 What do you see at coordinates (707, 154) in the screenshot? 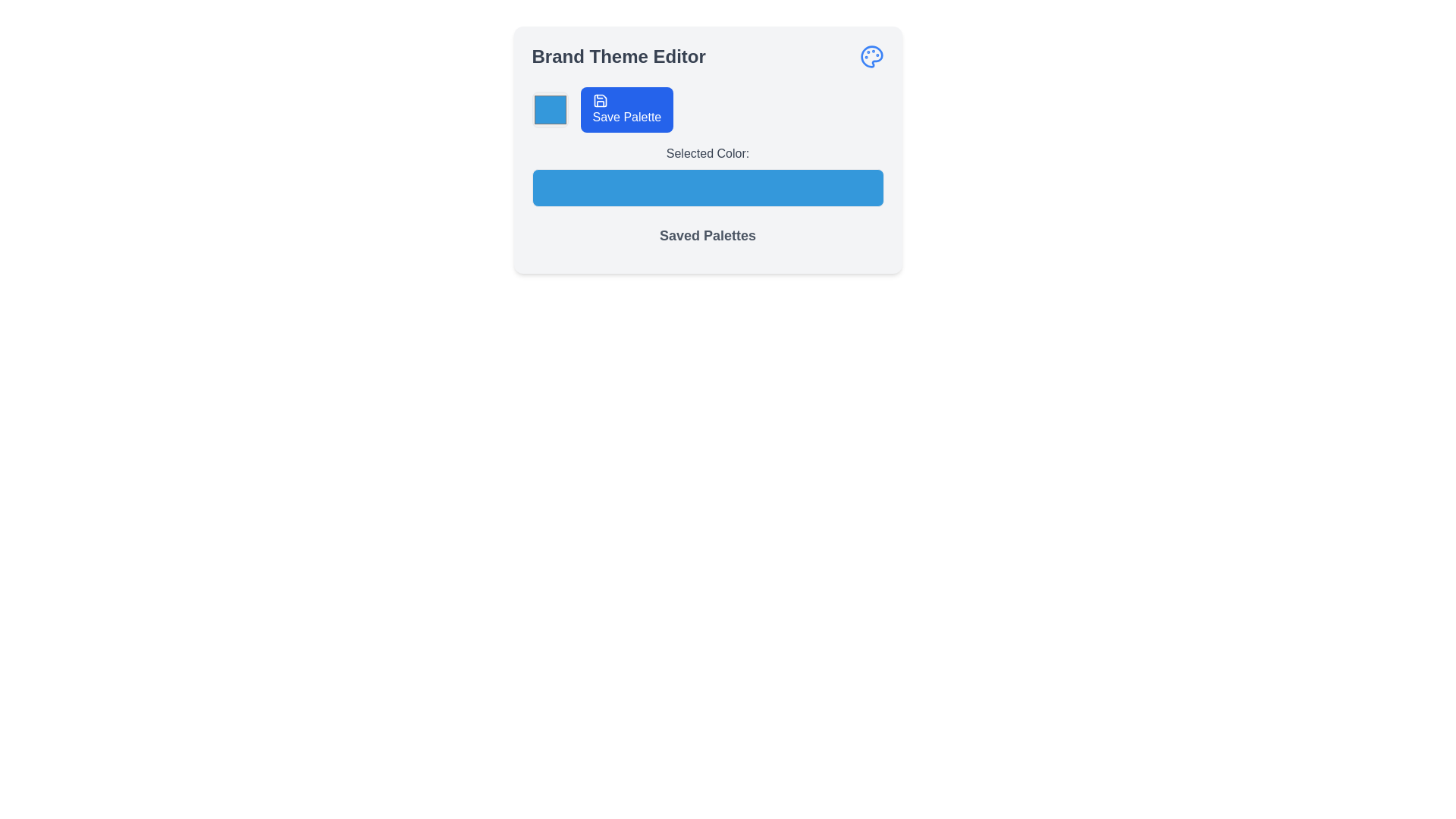
I see `the 'Selected Color:' text label in the 'Brand Theme Editor' section, which is styled in gray and serves as a descriptor for the color selection feature` at bounding box center [707, 154].